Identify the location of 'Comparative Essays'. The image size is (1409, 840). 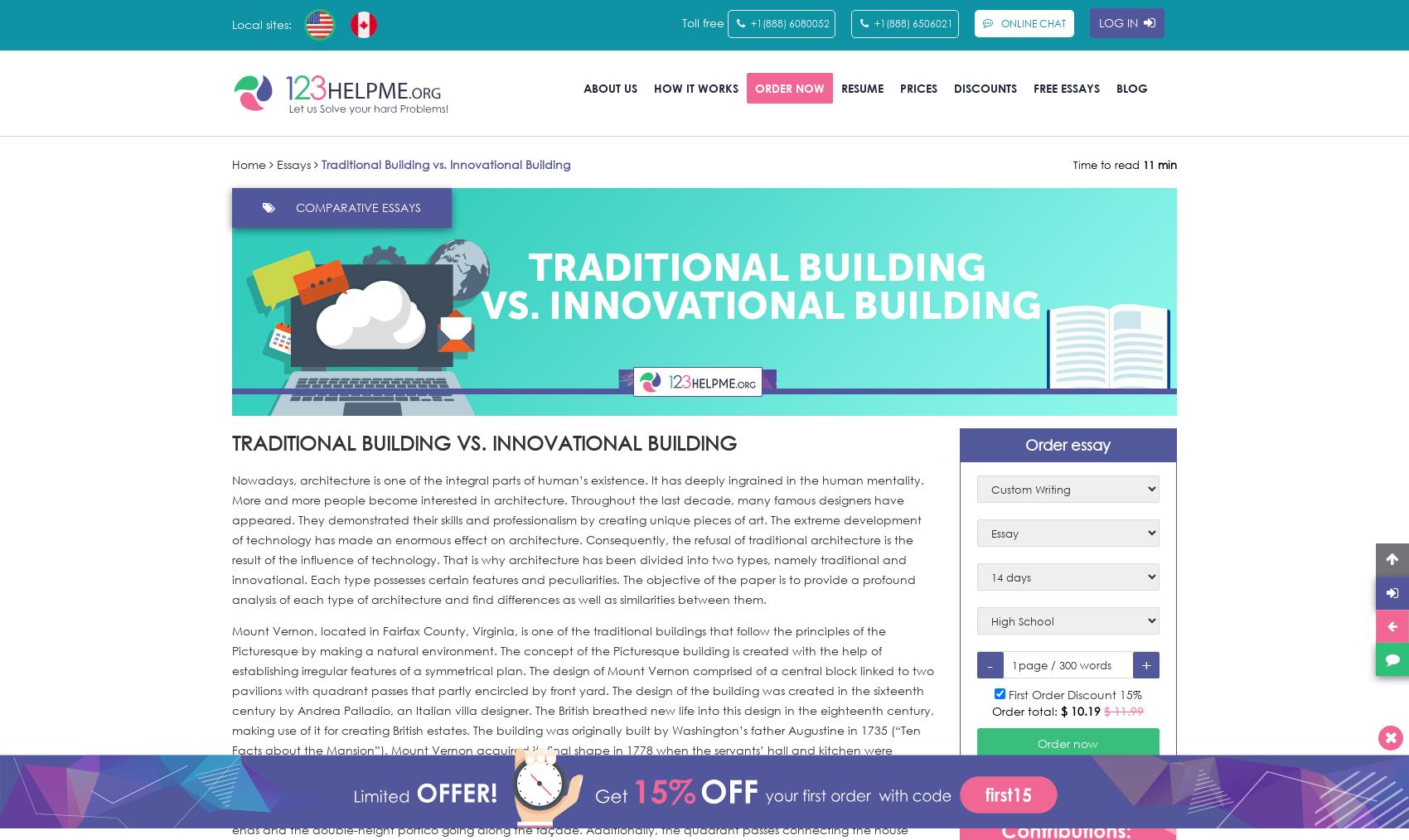
(295, 206).